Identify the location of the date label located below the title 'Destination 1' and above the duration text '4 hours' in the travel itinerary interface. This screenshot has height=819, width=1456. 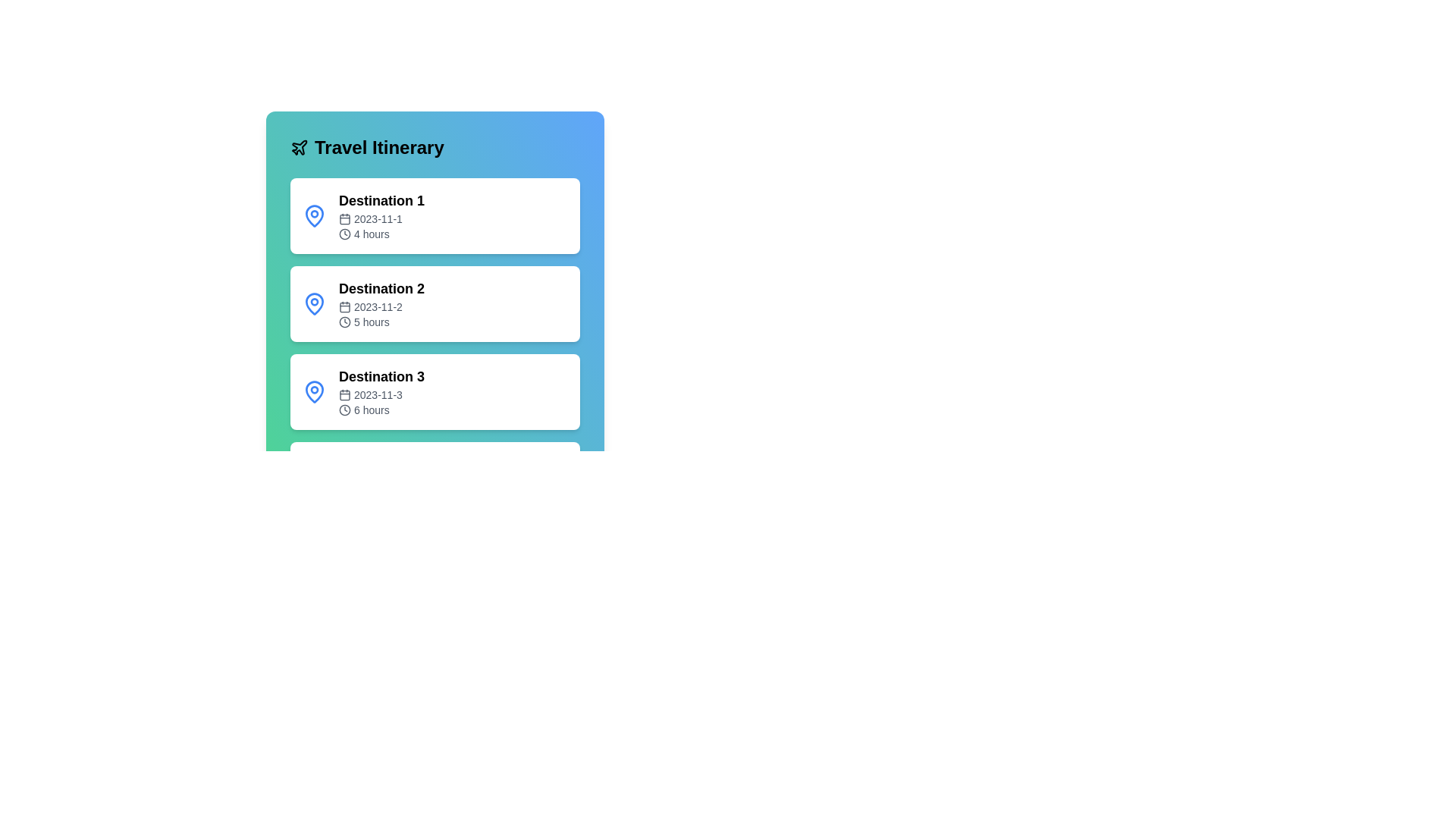
(381, 219).